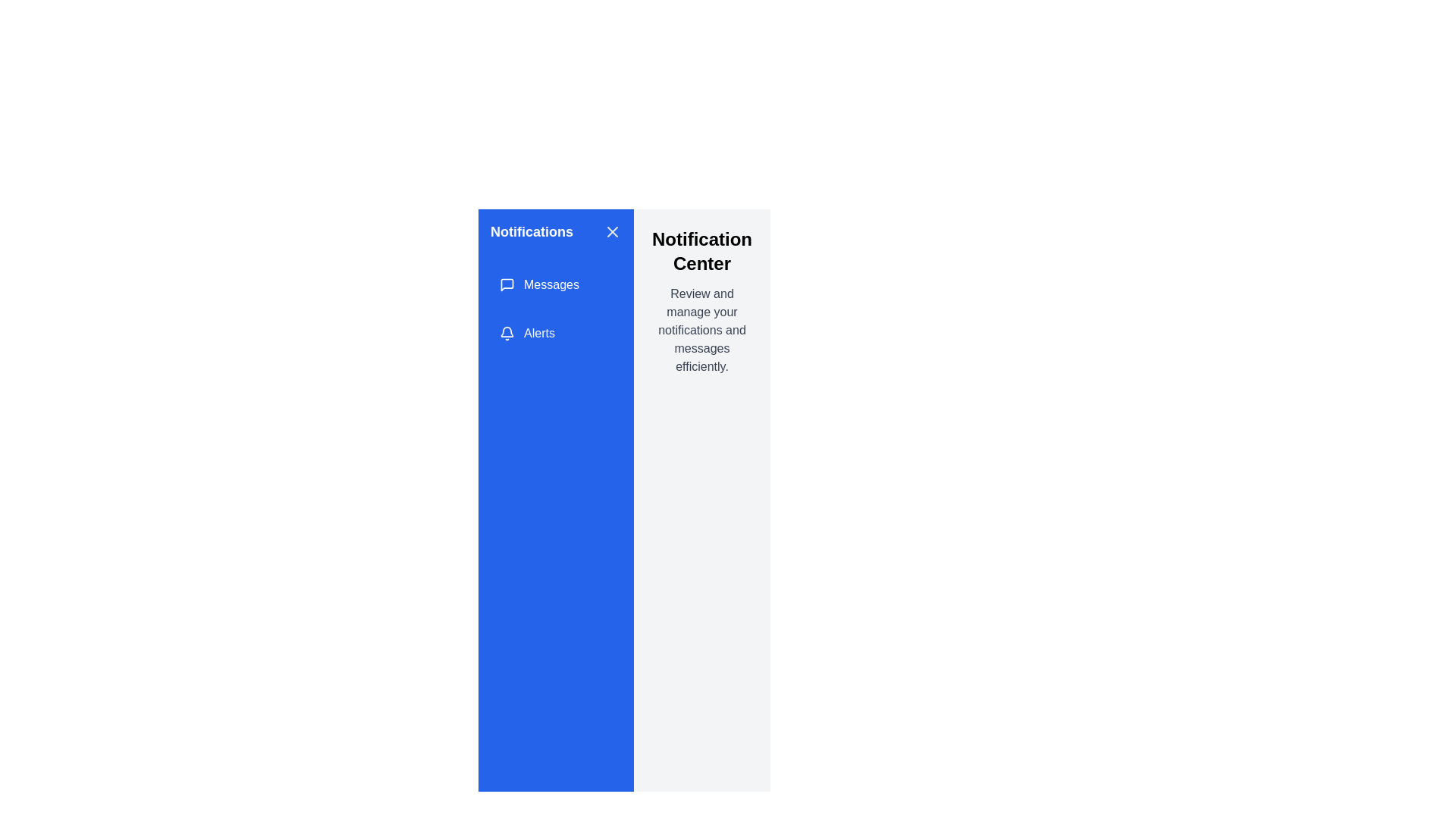 The image size is (1456, 819). What do you see at coordinates (551, 284) in the screenshot?
I see `the 'Messages' label, which is styled with blue text on a blue background and is located in the left sidebar menu, next to a message bubble icon` at bounding box center [551, 284].